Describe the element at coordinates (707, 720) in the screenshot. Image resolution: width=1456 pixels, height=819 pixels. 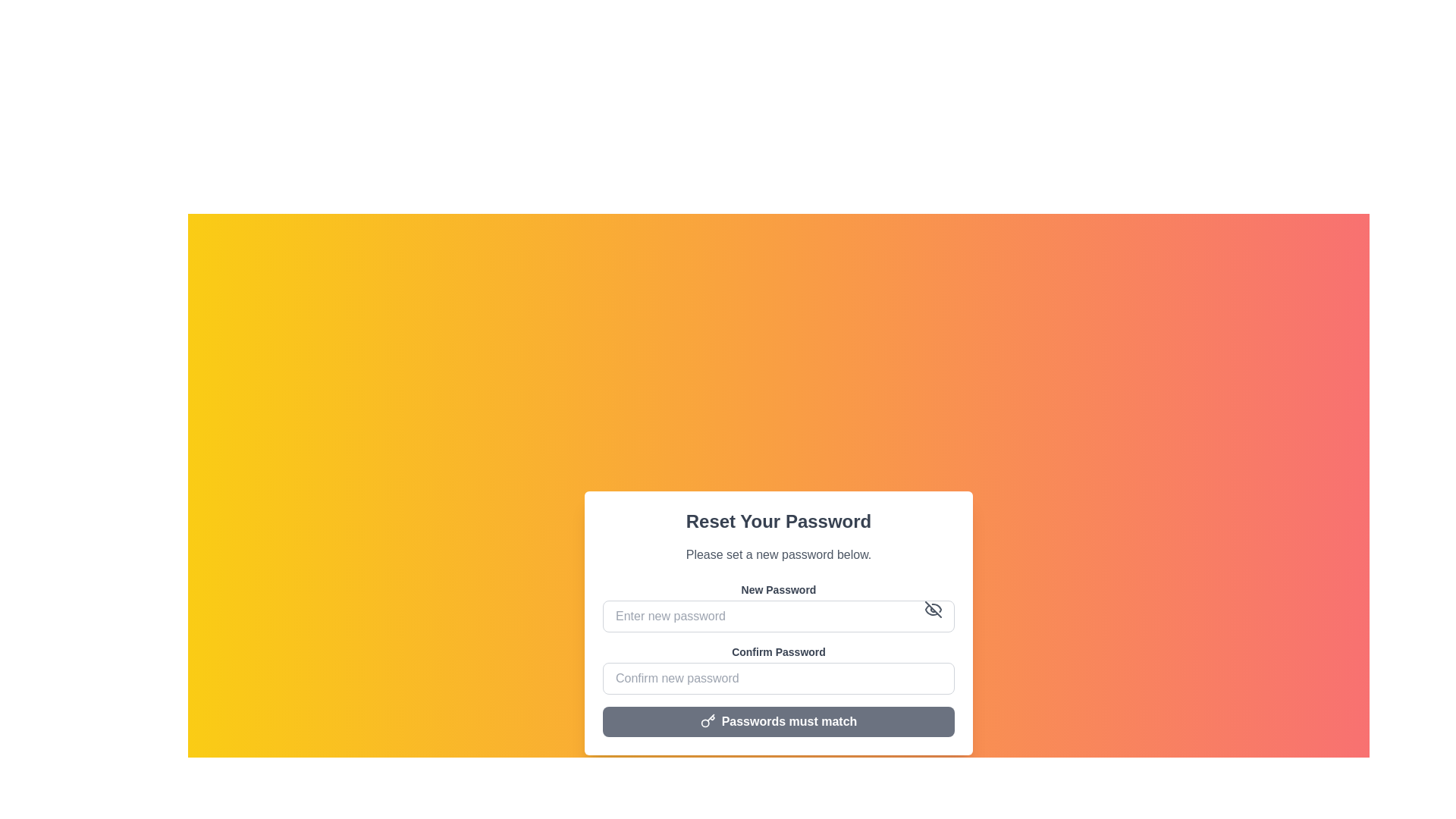
I see `the key icon that symbolizes security, located at the left of the text within the horizontal button at the bottom of the password reset form` at that location.